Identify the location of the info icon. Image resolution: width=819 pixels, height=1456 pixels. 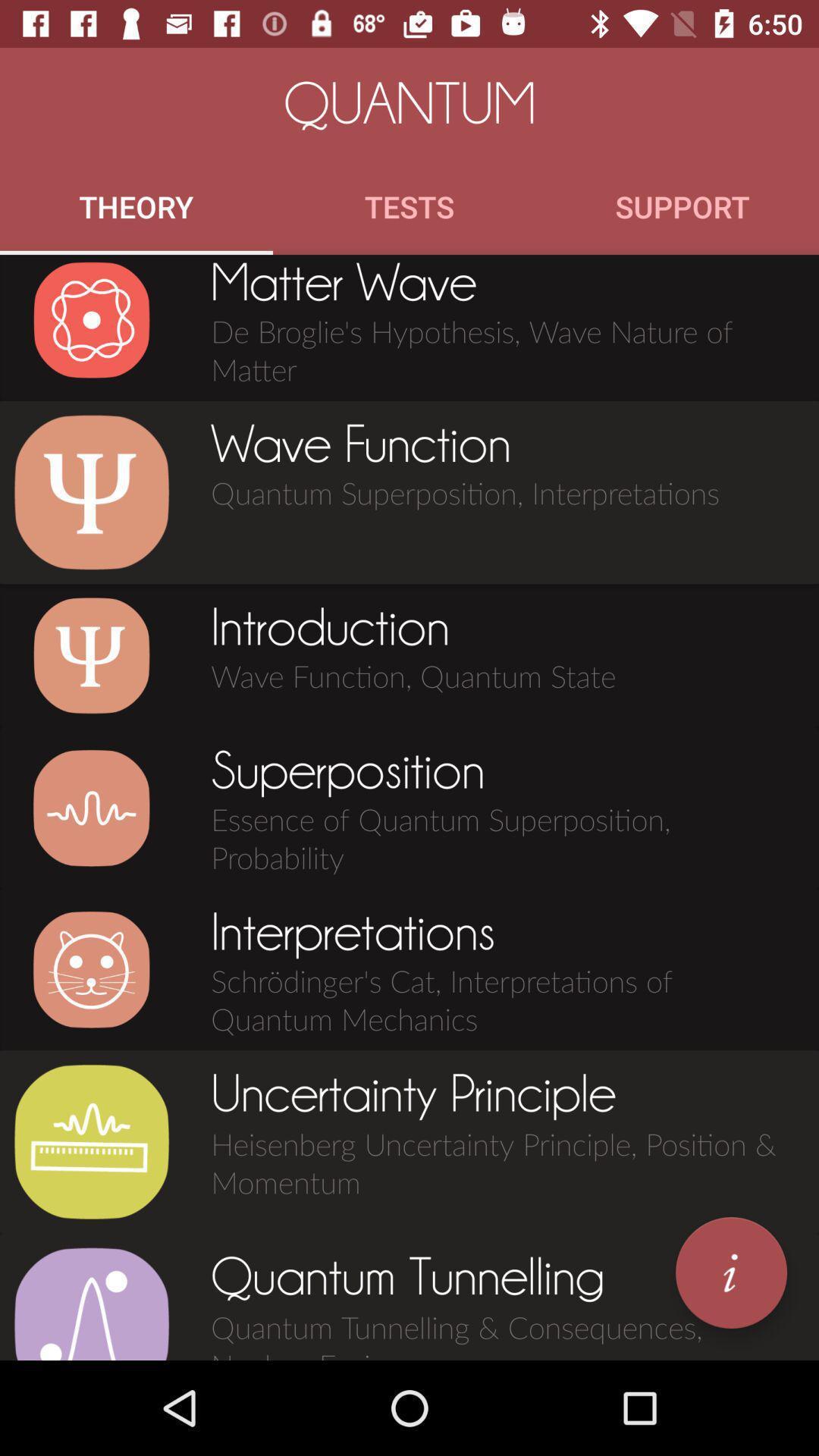
(730, 1272).